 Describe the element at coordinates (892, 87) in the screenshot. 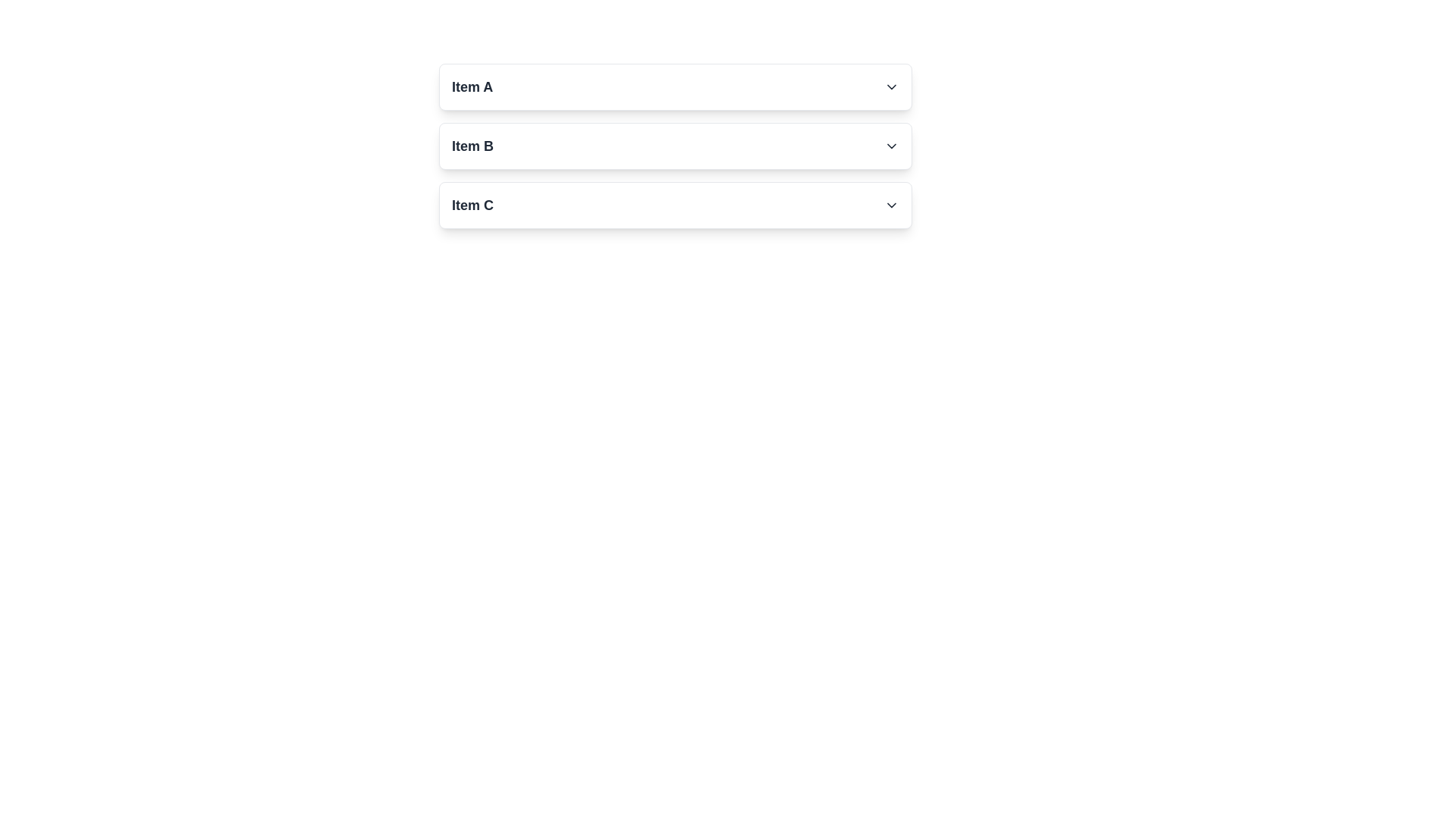

I see `the downward-pointing chevron icon located at the far-right side of 'Item A'` at that location.